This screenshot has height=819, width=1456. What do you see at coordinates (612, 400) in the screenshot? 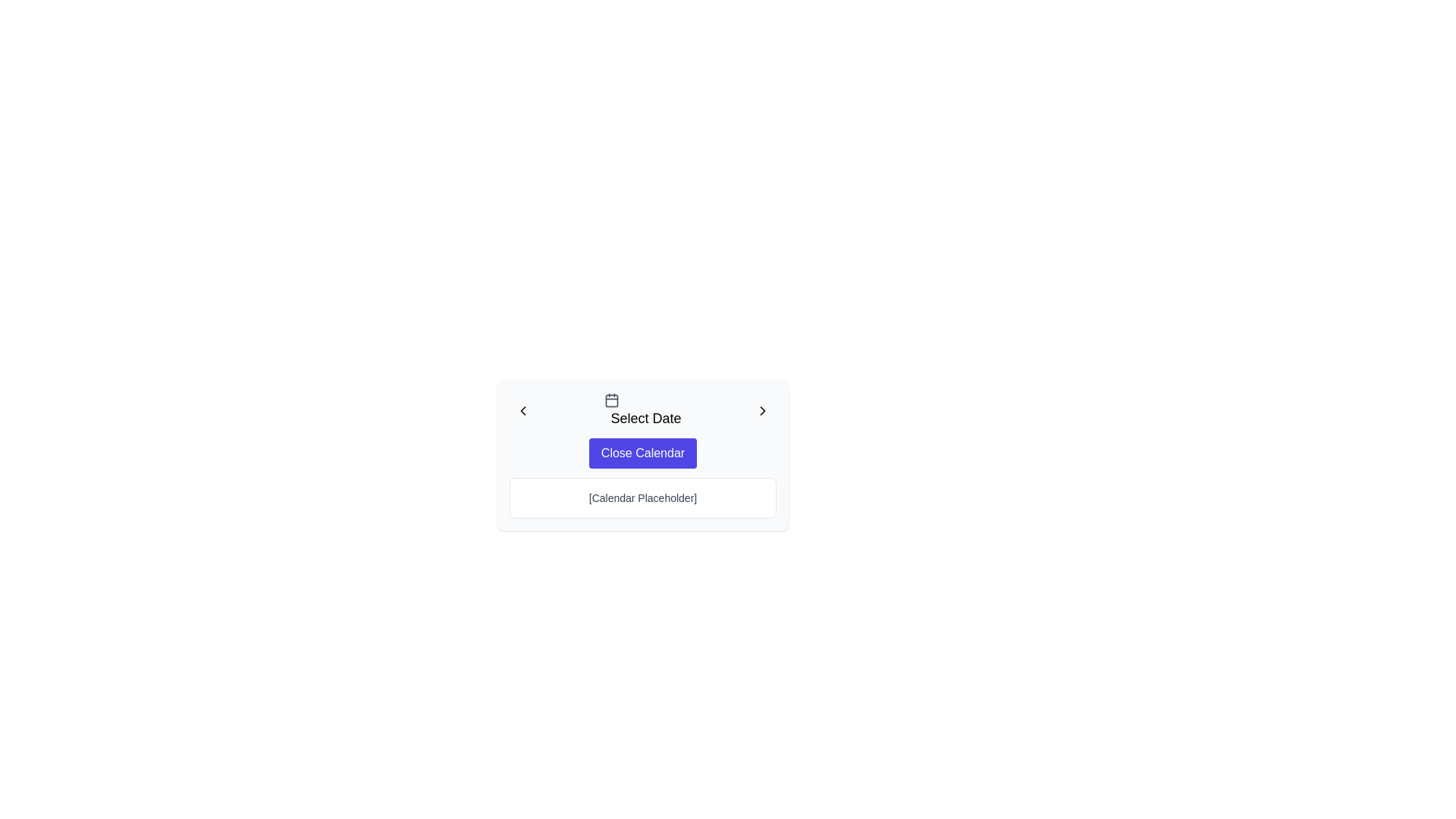
I see `the calendar icon located at the center top of the modal above the text 'Select Date'` at bounding box center [612, 400].